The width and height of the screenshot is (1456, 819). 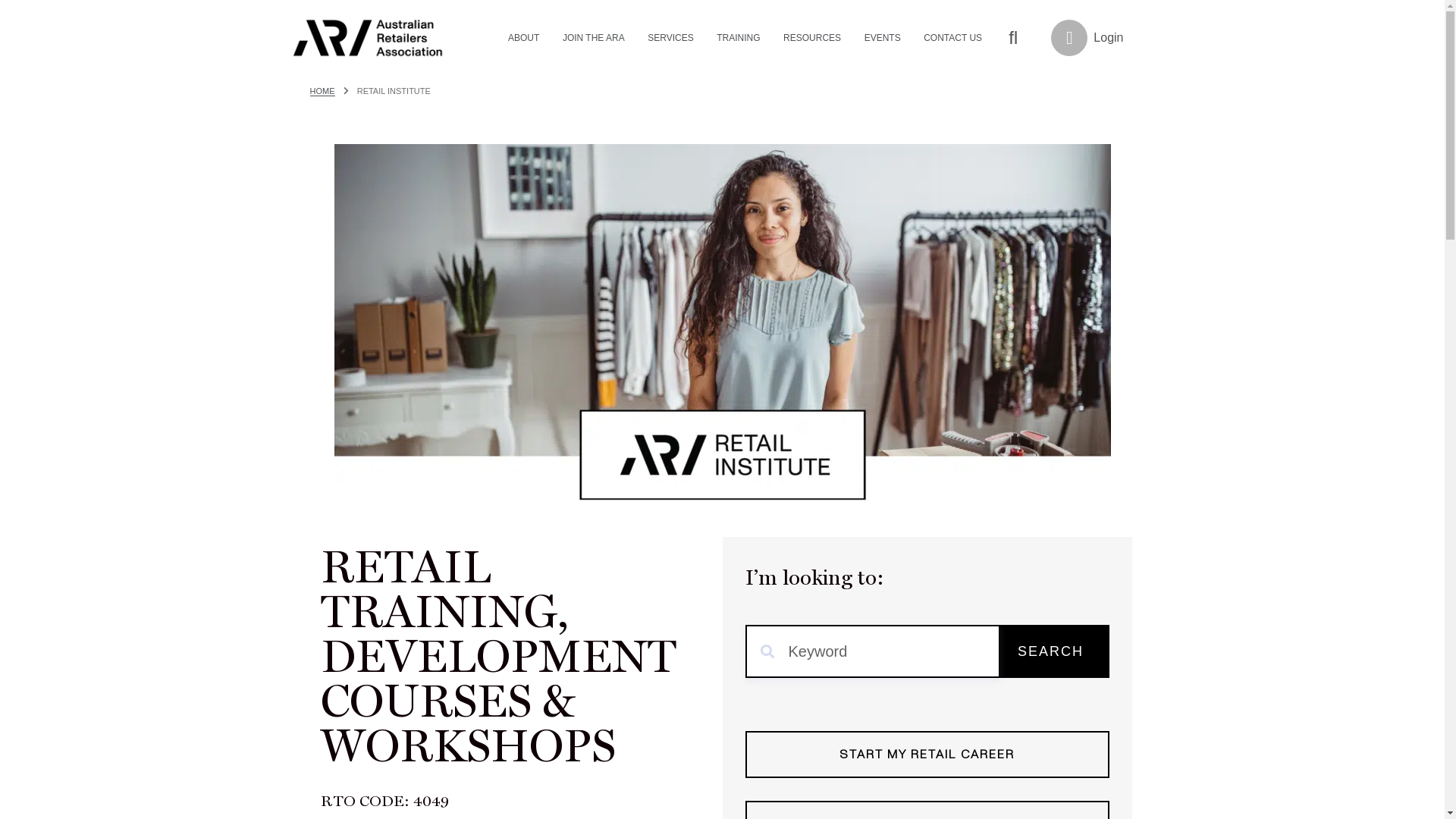 I want to click on 'START MY RETAIL CAREER', so click(x=926, y=755).